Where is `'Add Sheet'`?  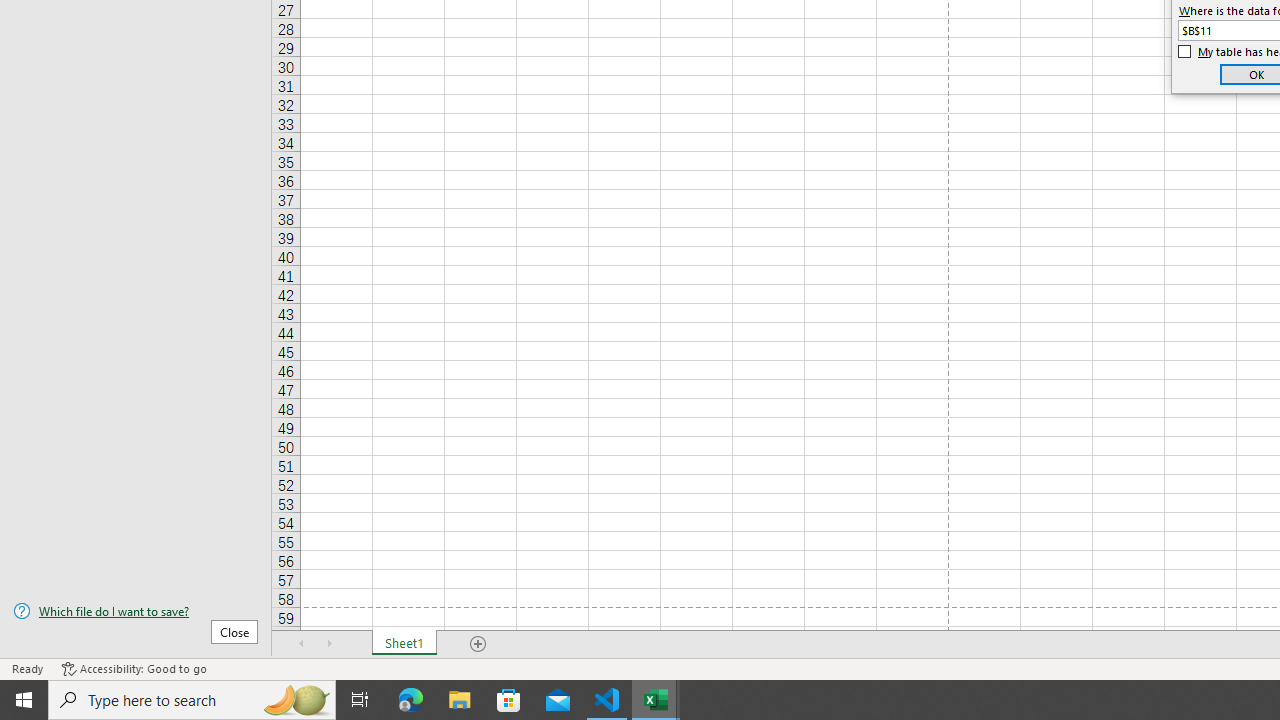 'Add Sheet' is located at coordinates (477, 644).